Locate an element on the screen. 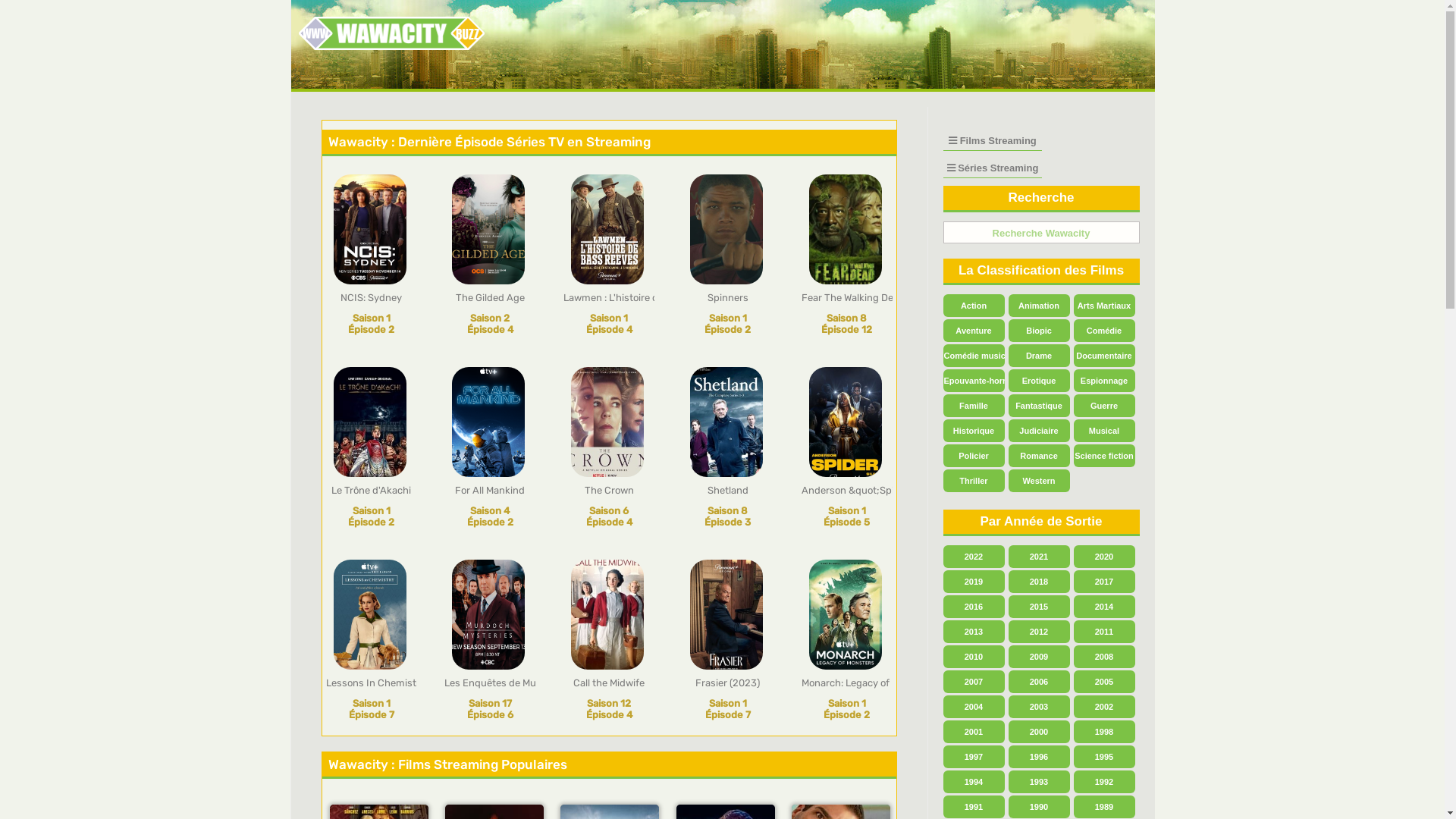 The image size is (1456, 819). 'Biopic' is located at coordinates (1038, 329).